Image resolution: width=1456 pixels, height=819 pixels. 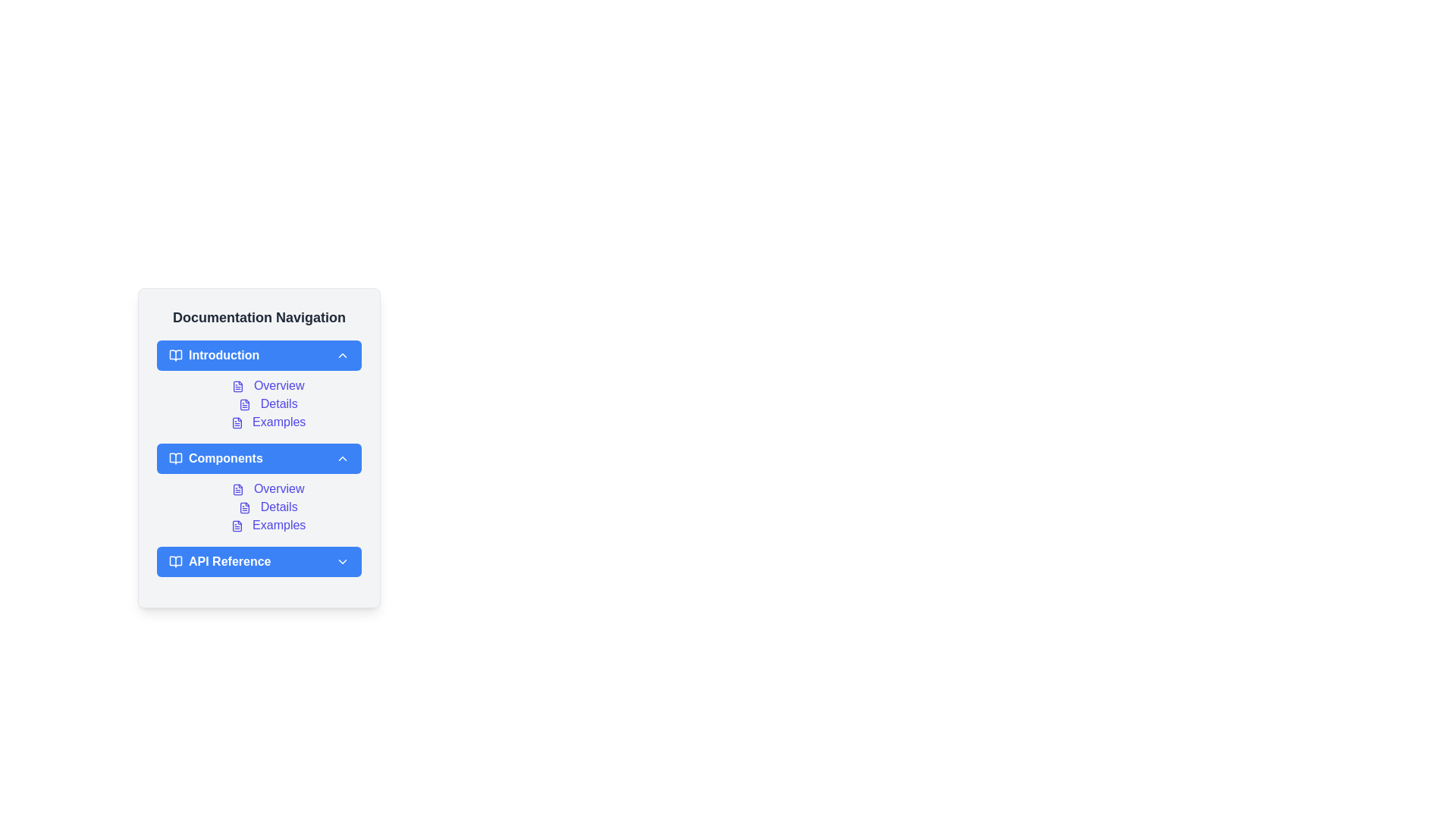 I want to click on the 'Details' icon representing a navigational link located under the 'Components' section in the documentation navigation, so click(x=245, y=507).